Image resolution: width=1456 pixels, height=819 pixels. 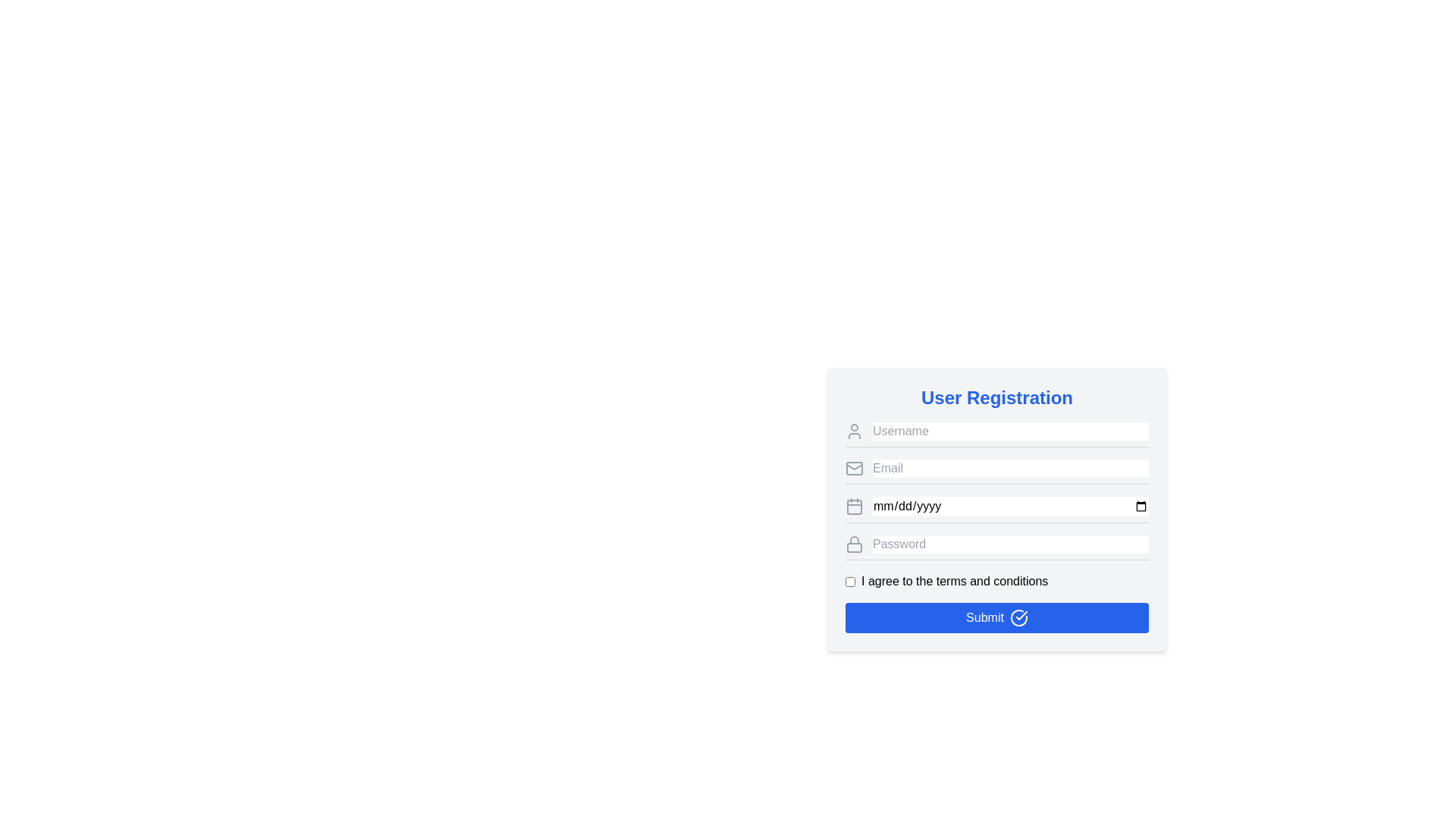 What do you see at coordinates (855, 465) in the screenshot?
I see `the decorative icon indicating the purpose of the associated email input field in the 'User Registration' form, positioned as the second icon to the left of the email input` at bounding box center [855, 465].